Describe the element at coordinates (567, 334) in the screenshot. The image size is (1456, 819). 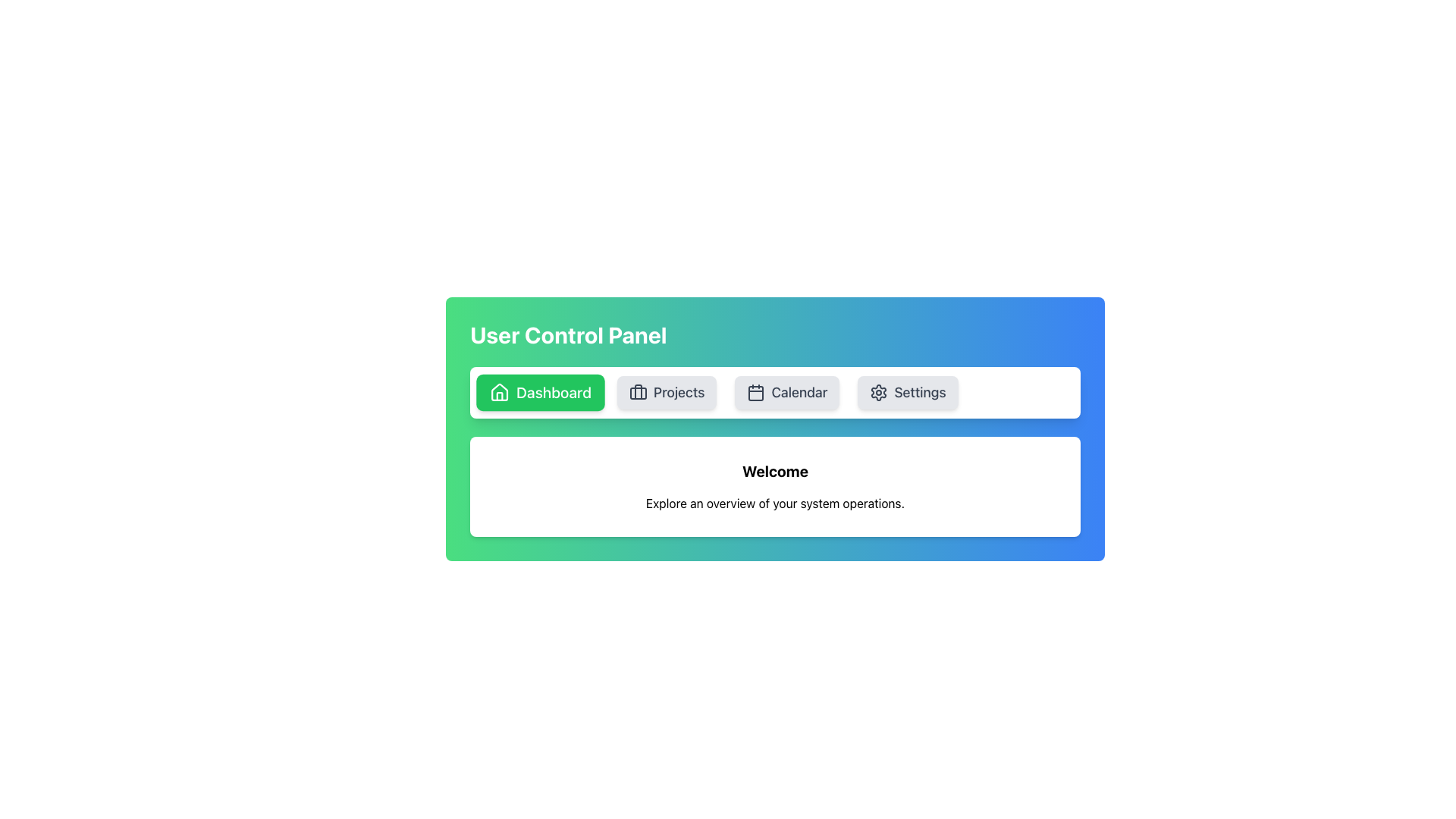
I see `the static text header located at the top-left corner of the user control panel page, which indicates the name or purpose of the interface section` at that location.